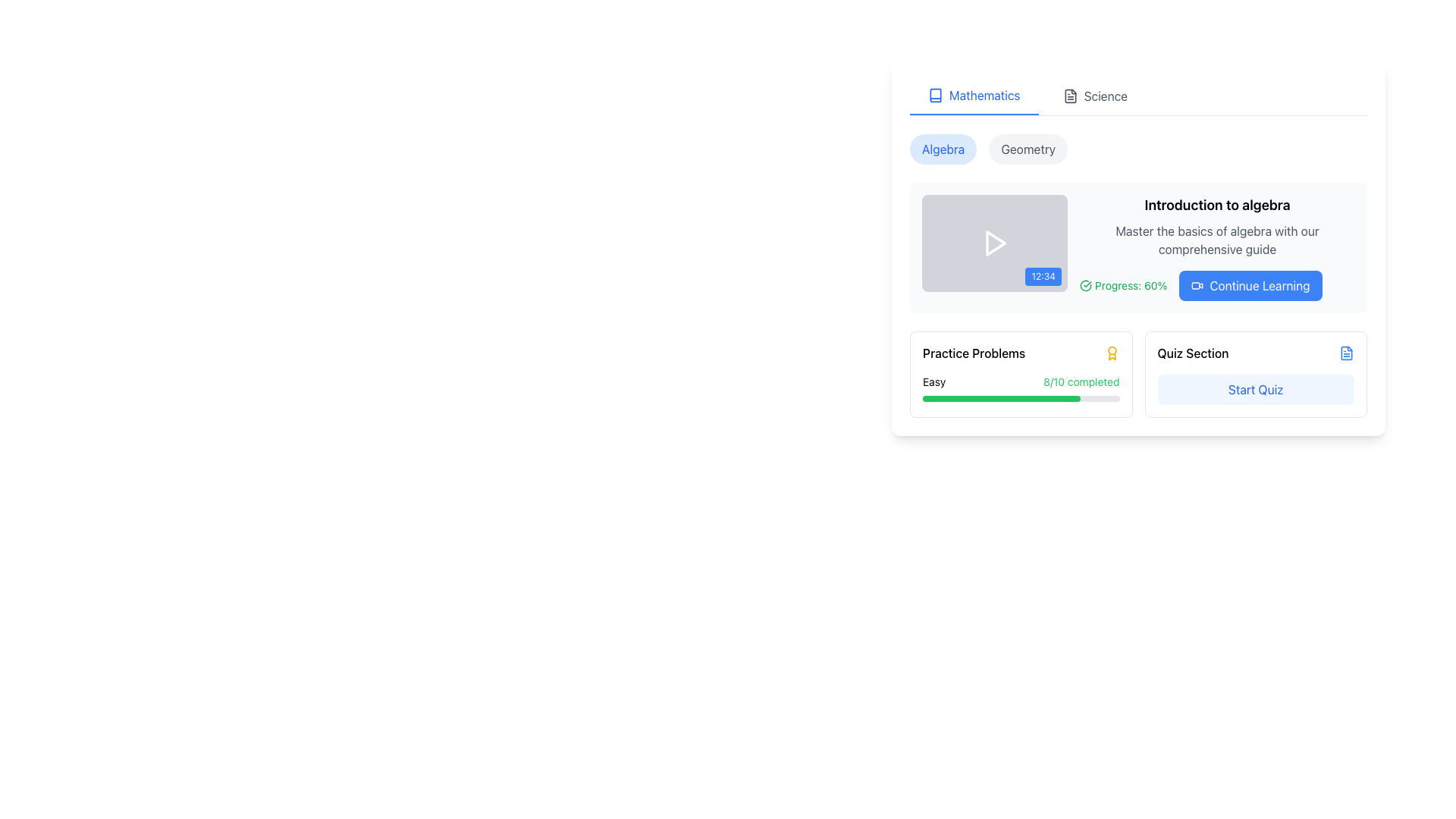 Image resolution: width=1456 pixels, height=819 pixels. What do you see at coordinates (994, 242) in the screenshot?
I see `the play button located on the gray rectangular card in the main content area` at bounding box center [994, 242].